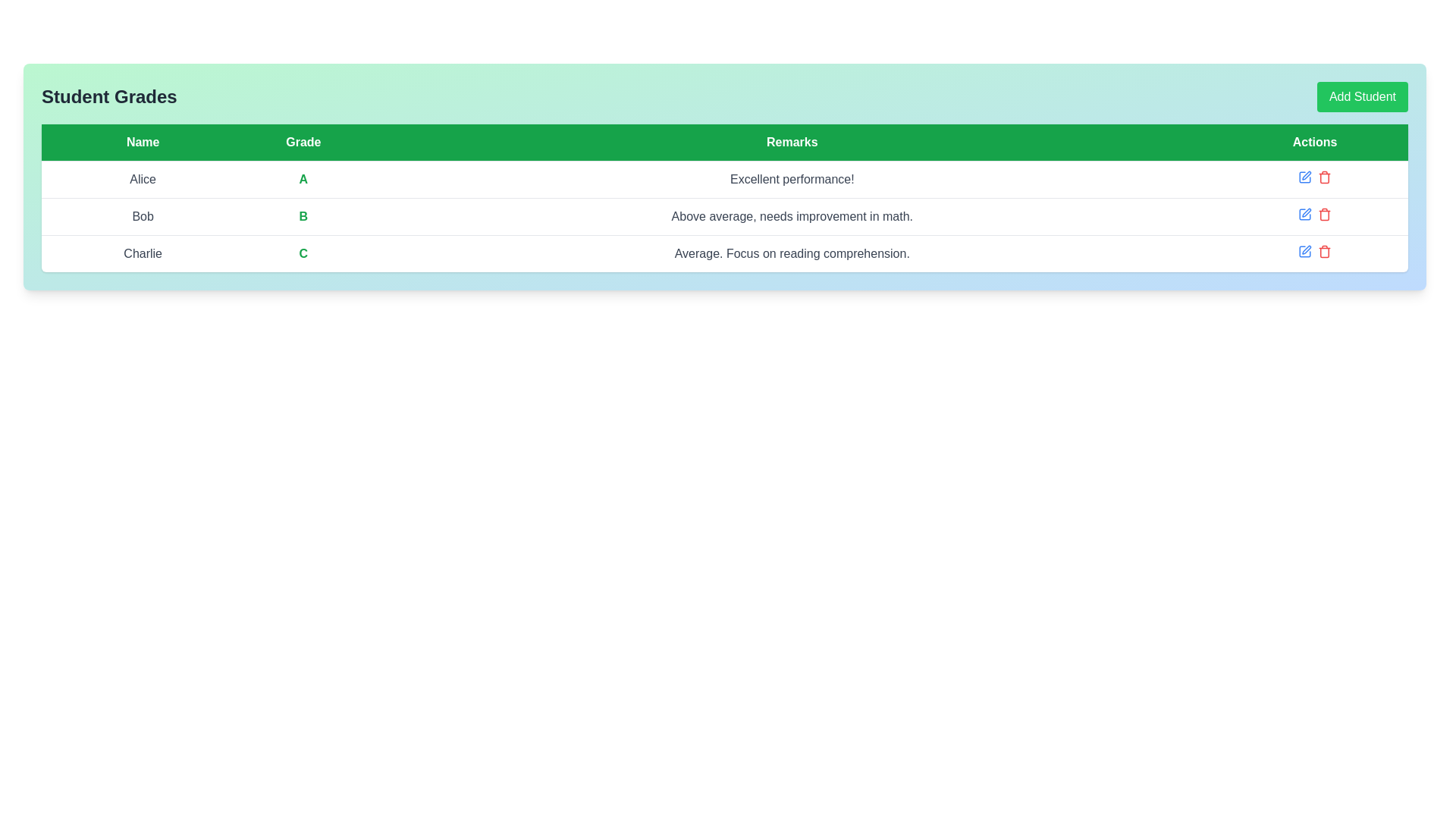 This screenshot has width=1456, height=819. What do you see at coordinates (143, 253) in the screenshot?
I see `the static text label displaying the name 'Charlie' in the third row of the table under the 'Name' column` at bounding box center [143, 253].